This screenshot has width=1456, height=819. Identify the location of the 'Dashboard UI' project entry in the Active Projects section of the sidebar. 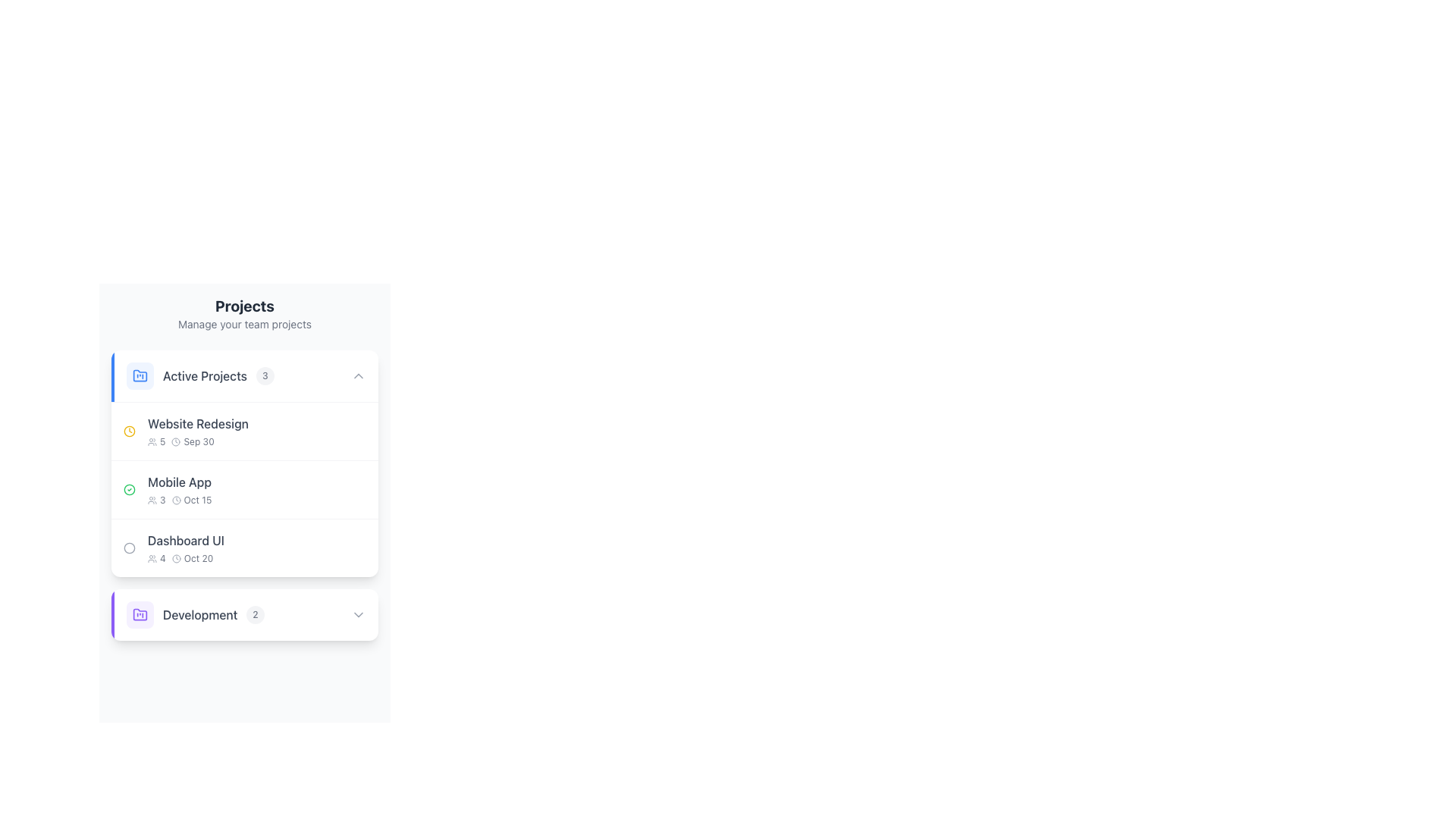
(174, 548).